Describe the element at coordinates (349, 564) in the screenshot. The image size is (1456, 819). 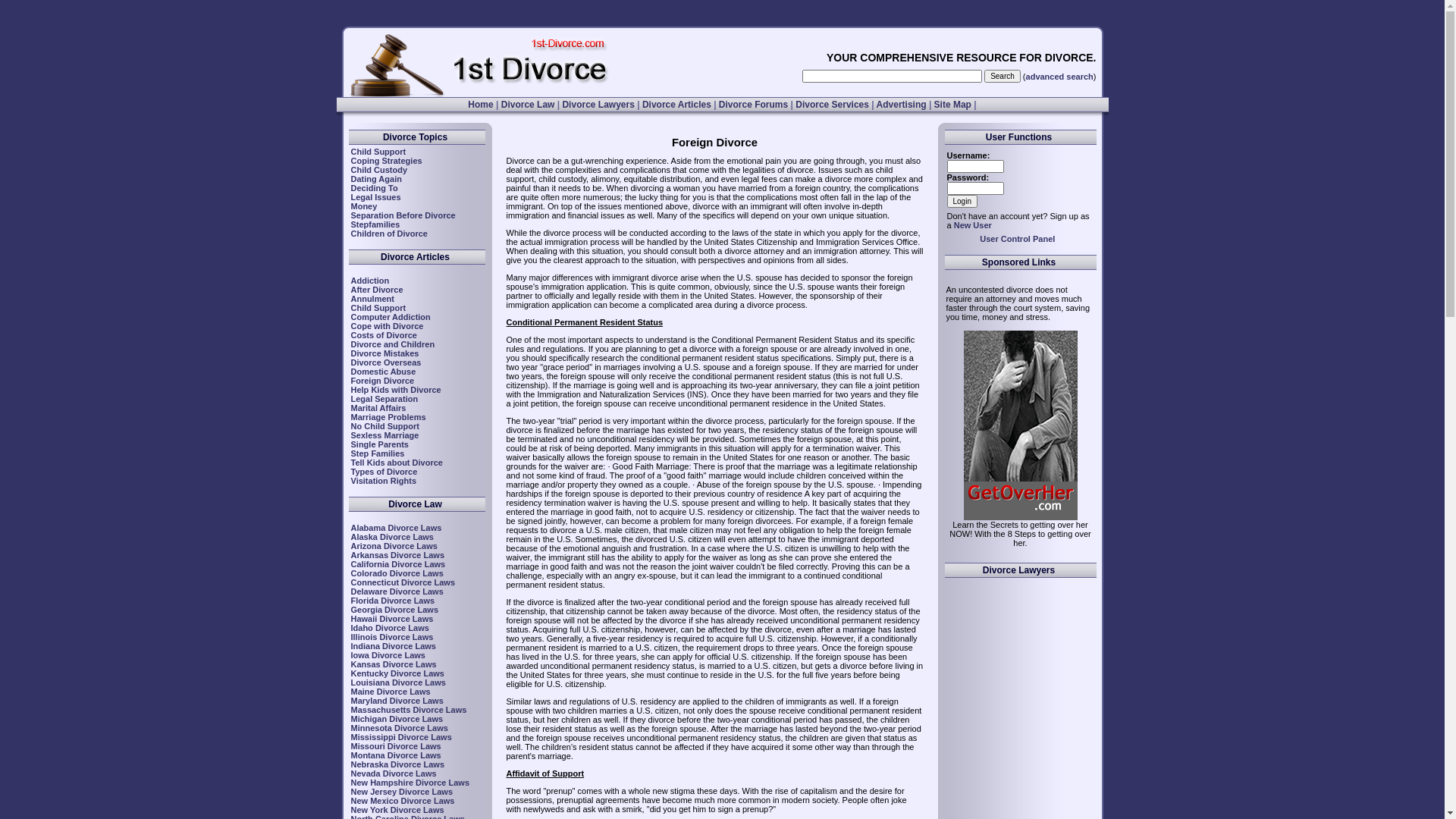
I see `'California Divorce Laws'` at that location.